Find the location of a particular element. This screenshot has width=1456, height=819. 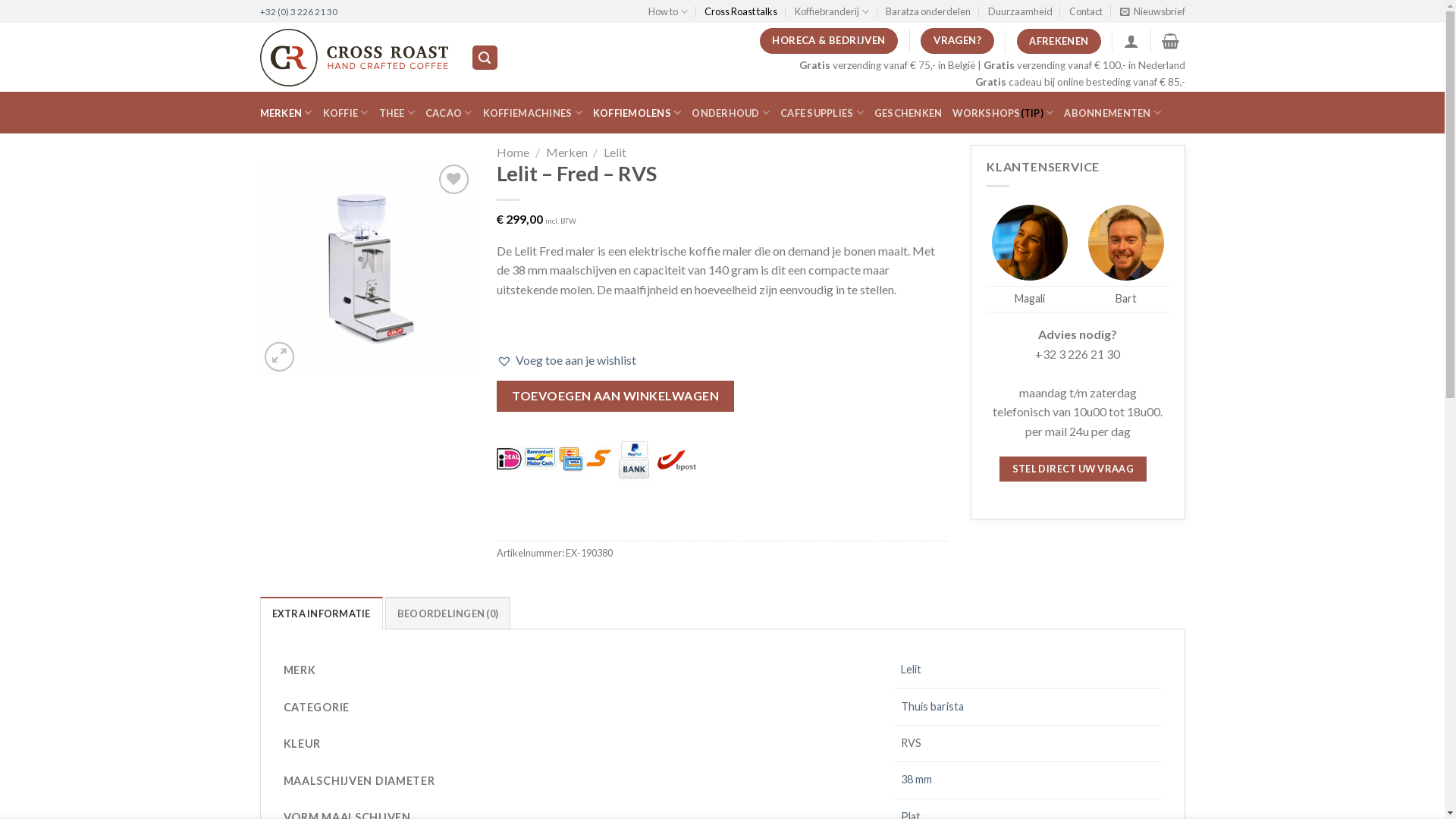

'+32 (0) 3 226 21 30' is located at coordinates (298, 11).